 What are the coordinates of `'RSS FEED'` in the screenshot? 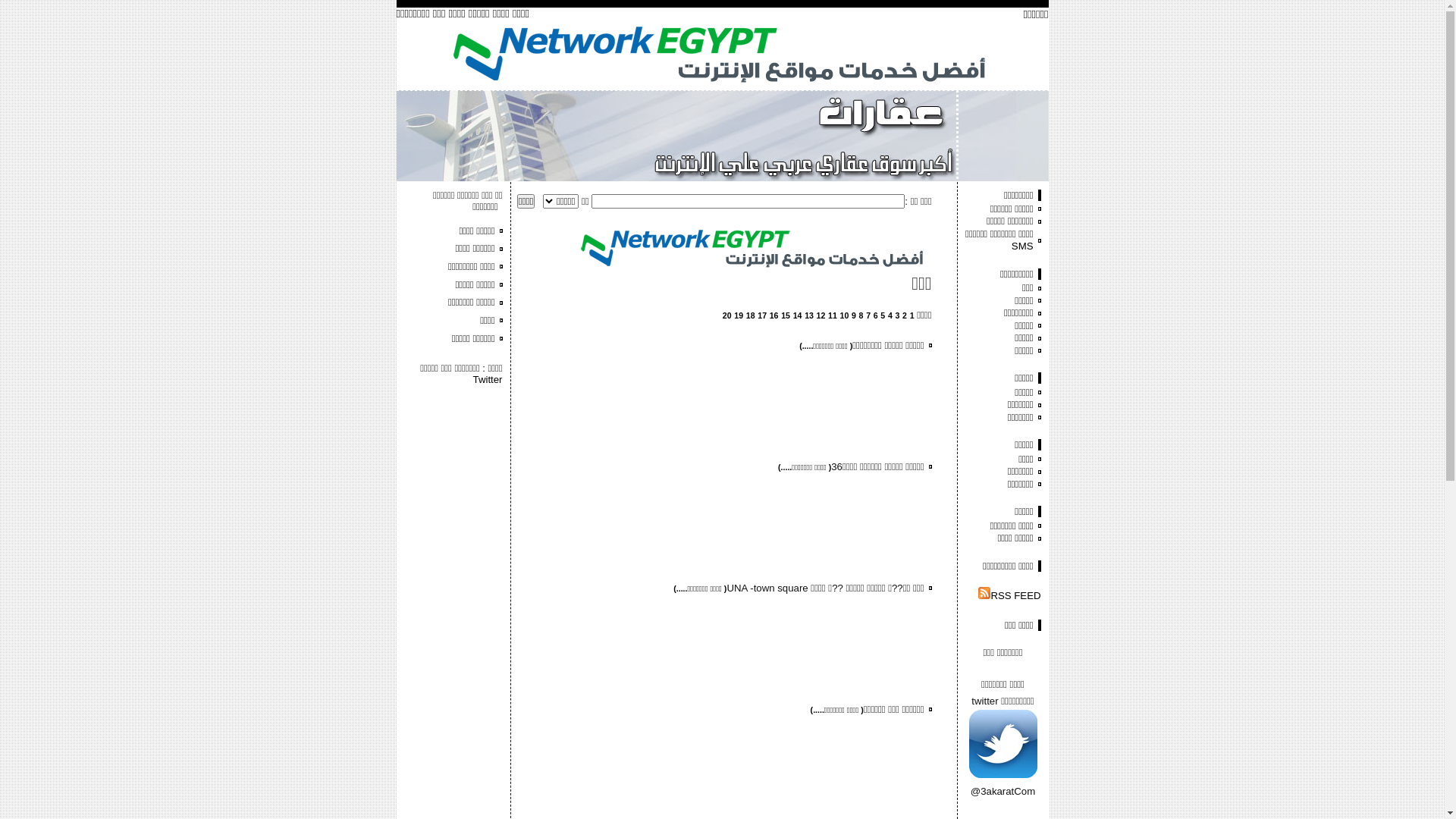 It's located at (1009, 595).